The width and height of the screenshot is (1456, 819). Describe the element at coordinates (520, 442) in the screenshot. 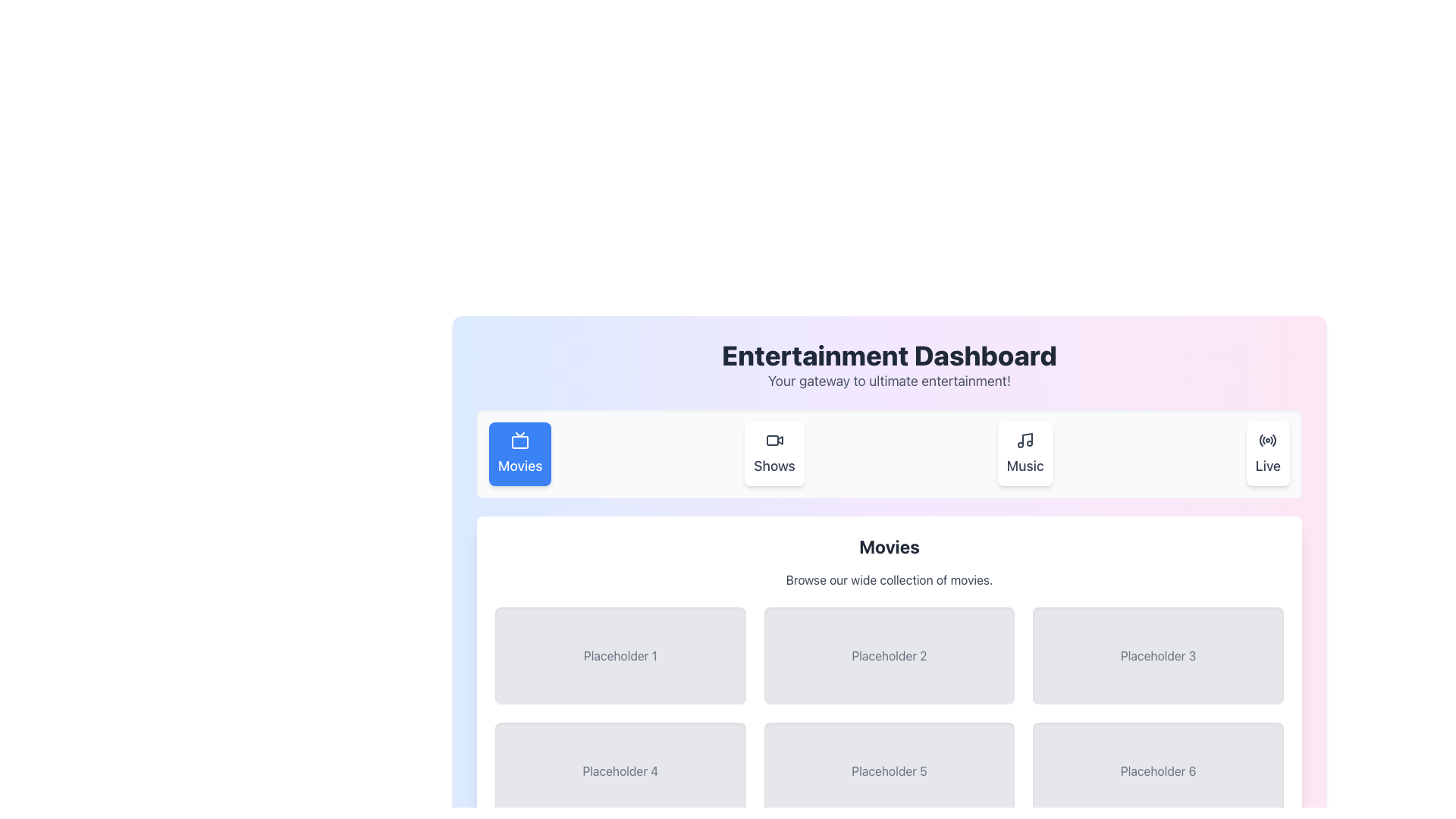

I see `the 'Movies' icon represented by the rounded rectangle in the navigation menu of the television icon` at that location.